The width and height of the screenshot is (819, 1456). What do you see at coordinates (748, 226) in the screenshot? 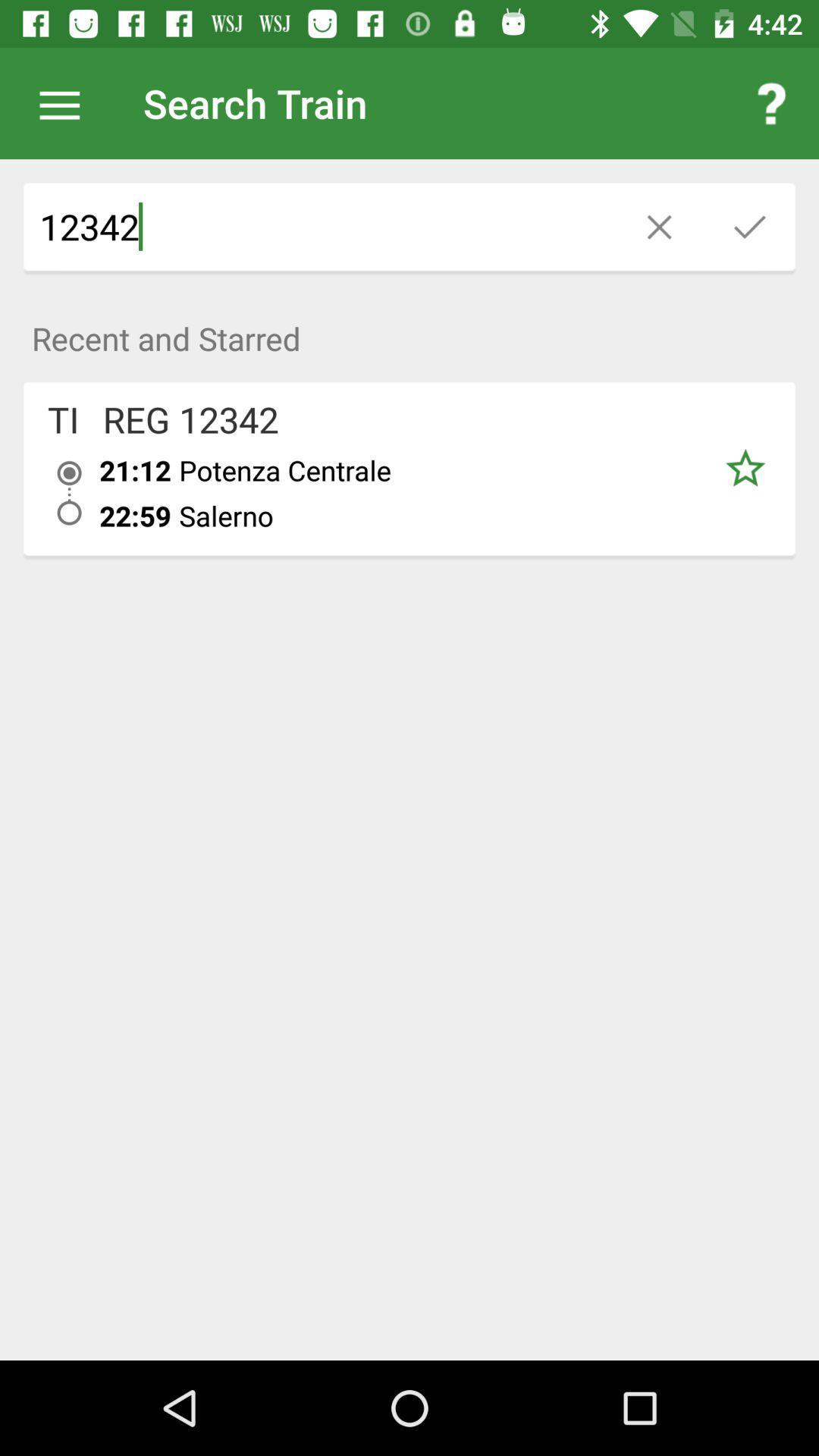
I see `the check icon` at bounding box center [748, 226].